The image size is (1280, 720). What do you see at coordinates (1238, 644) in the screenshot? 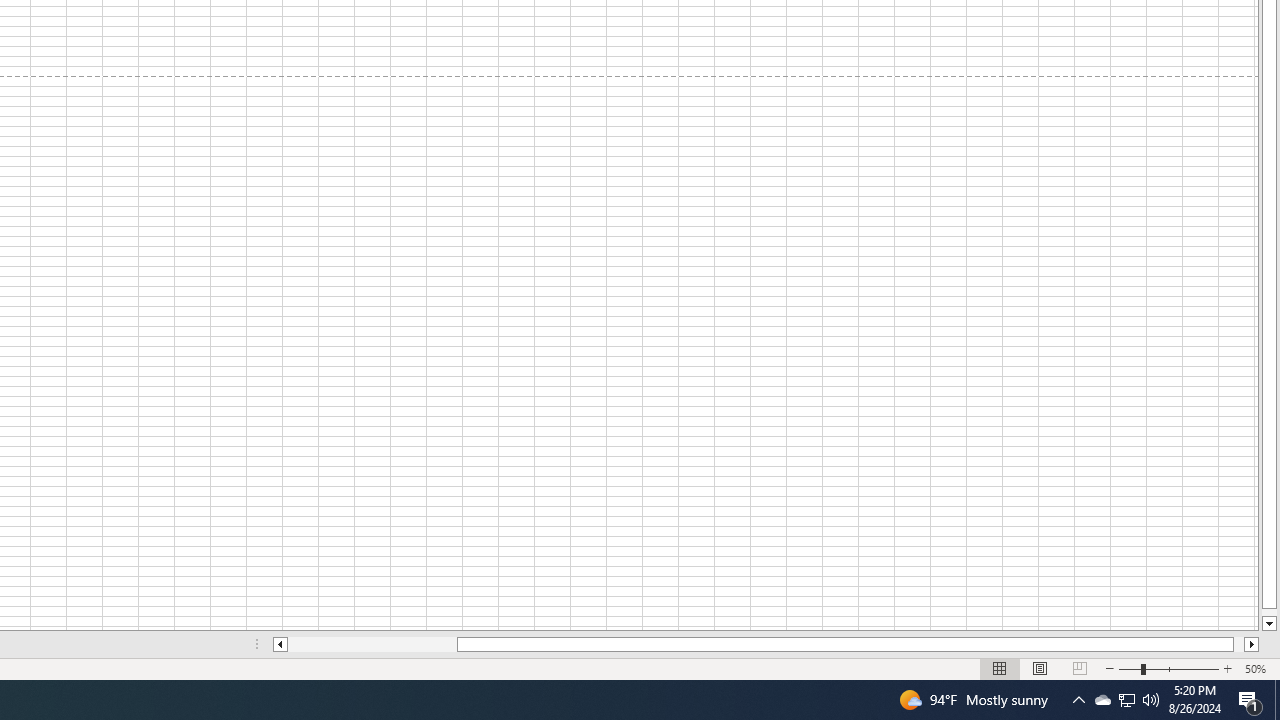
I see `'Page right'` at bounding box center [1238, 644].